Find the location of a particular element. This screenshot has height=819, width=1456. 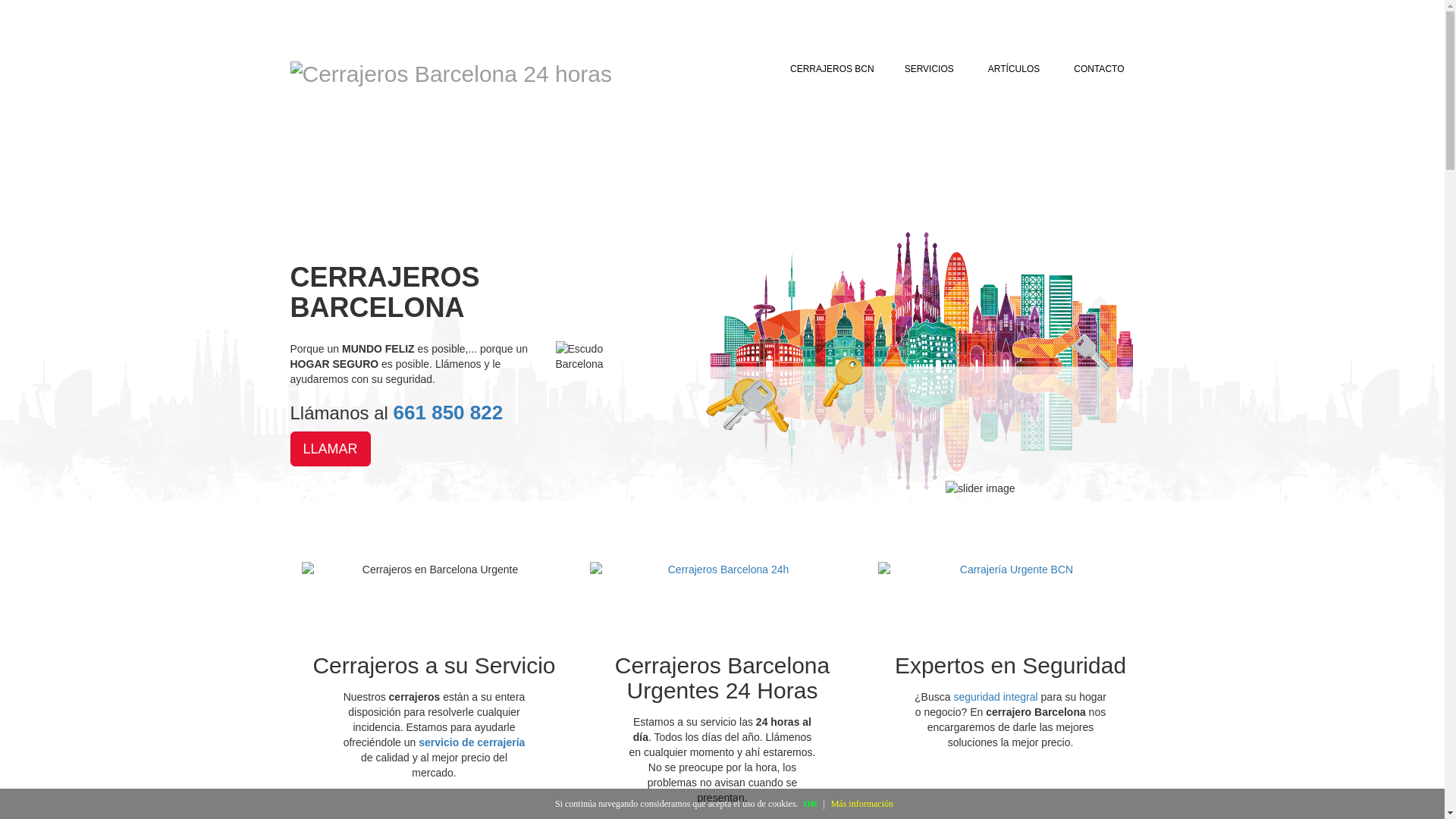

'SERVICIOS' is located at coordinates (930, 69).